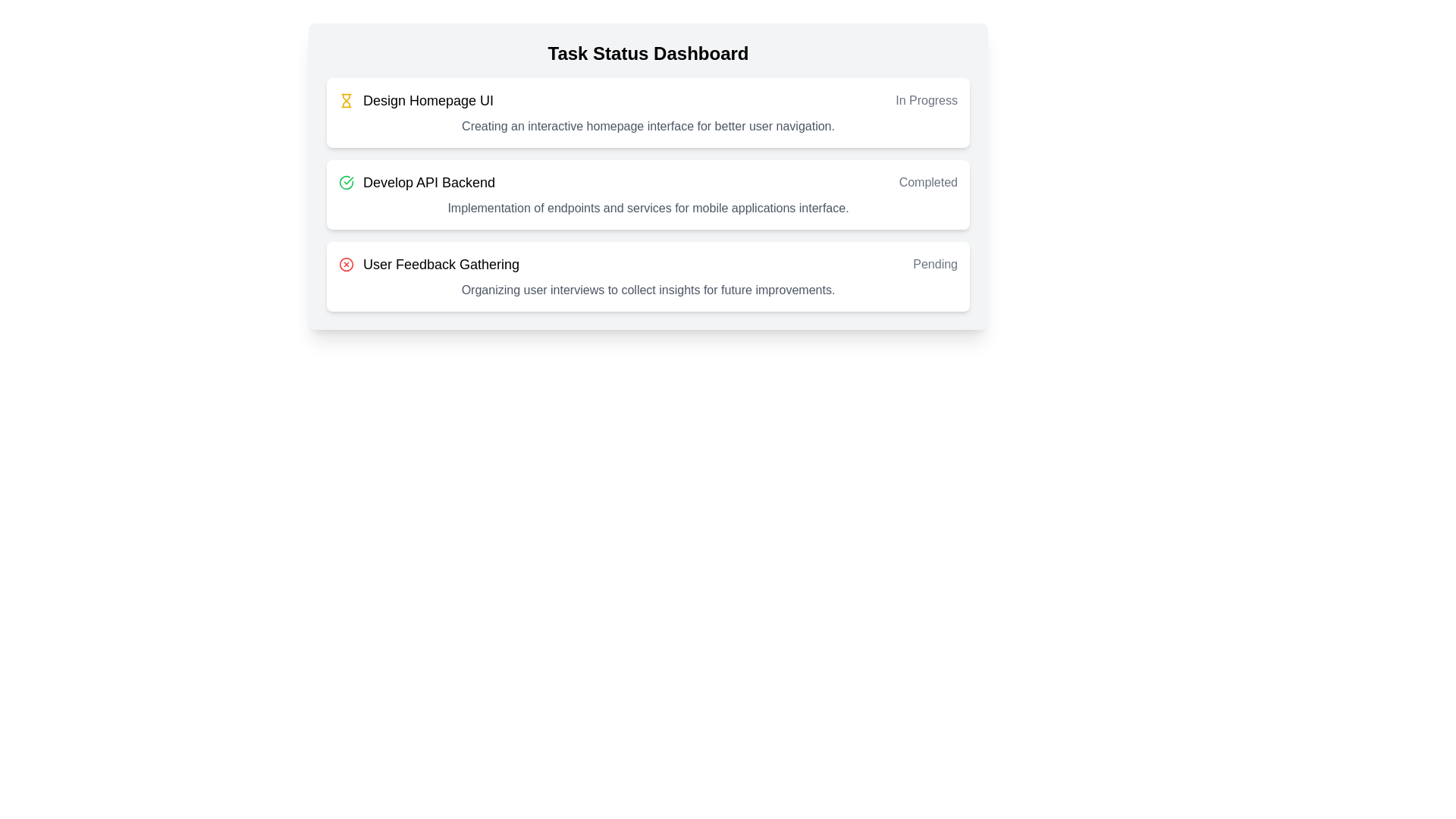 Image resolution: width=1456 pixels, height=819 pixels. What do you see at coordinates (934, 263) in the screenshot?
I see `the Text Label indicating the status of 'User Feedback Gathering', located near the top right corner of the section` at bounding box center [934, 263].